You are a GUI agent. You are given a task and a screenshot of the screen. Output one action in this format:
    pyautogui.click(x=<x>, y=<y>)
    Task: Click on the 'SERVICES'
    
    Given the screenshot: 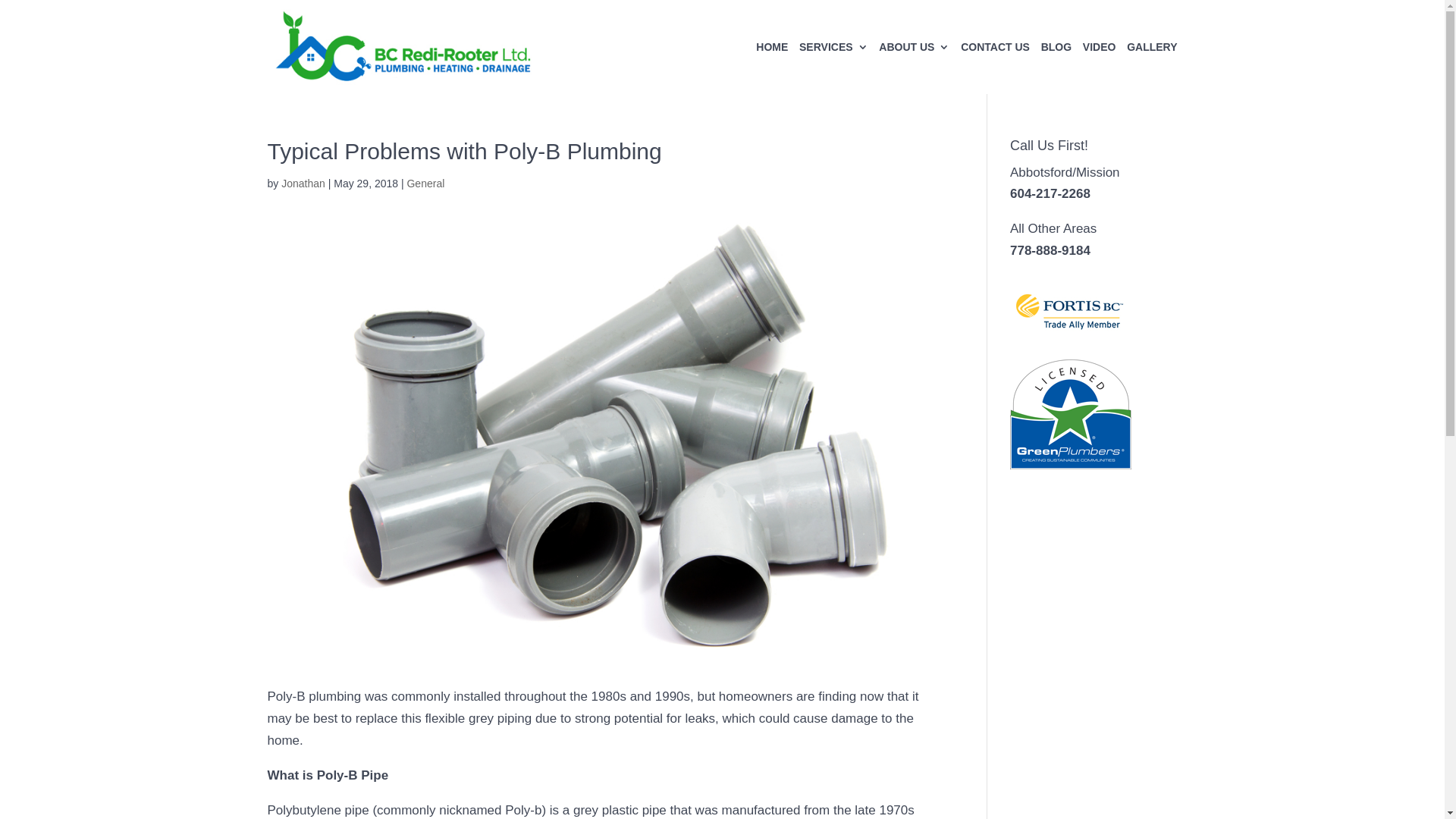 What is the action you would take?
    pyautogui.click(x=833, y=67)
    